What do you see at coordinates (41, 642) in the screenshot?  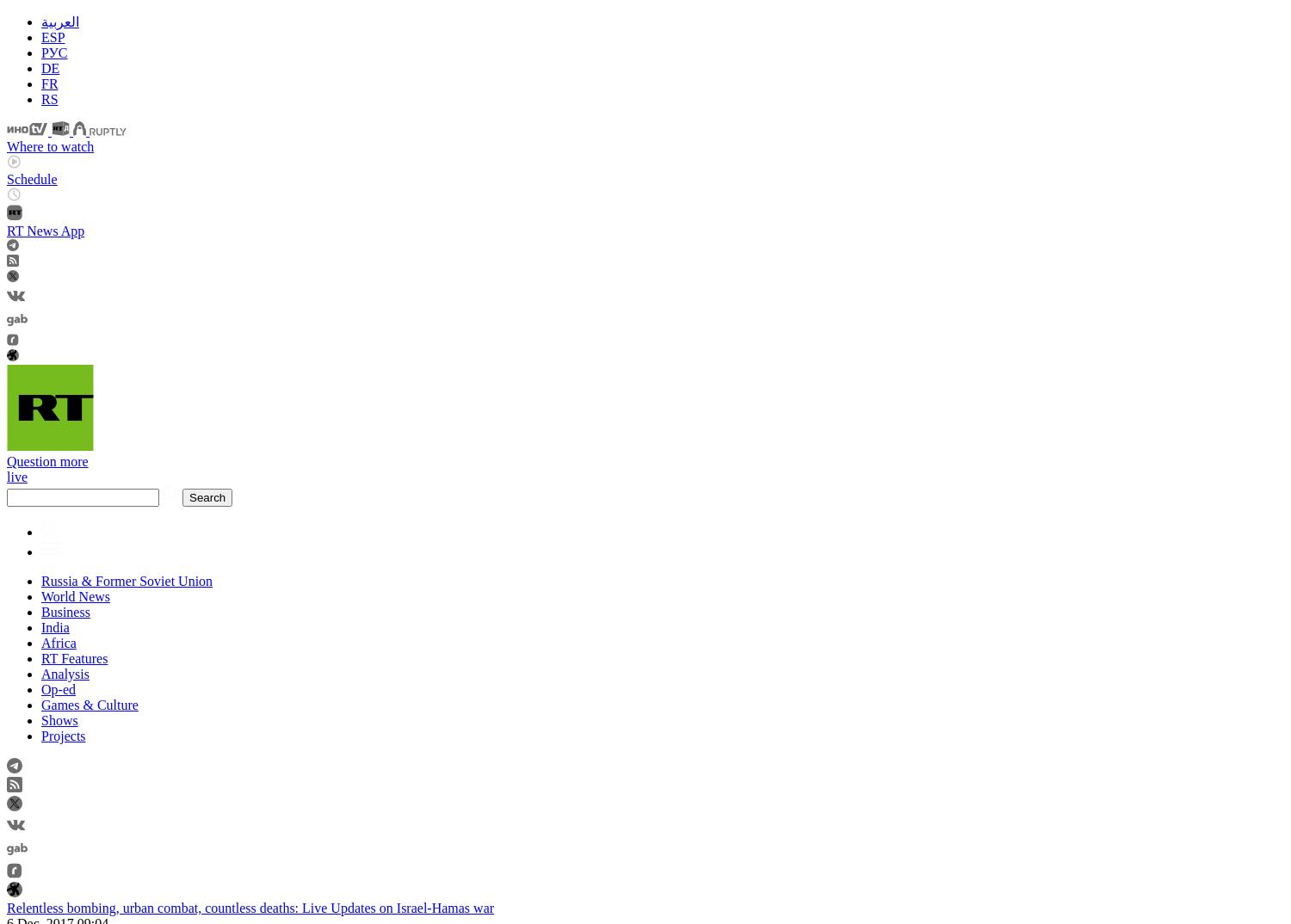 I see `'Africa'` at bounding box center [41, 642].